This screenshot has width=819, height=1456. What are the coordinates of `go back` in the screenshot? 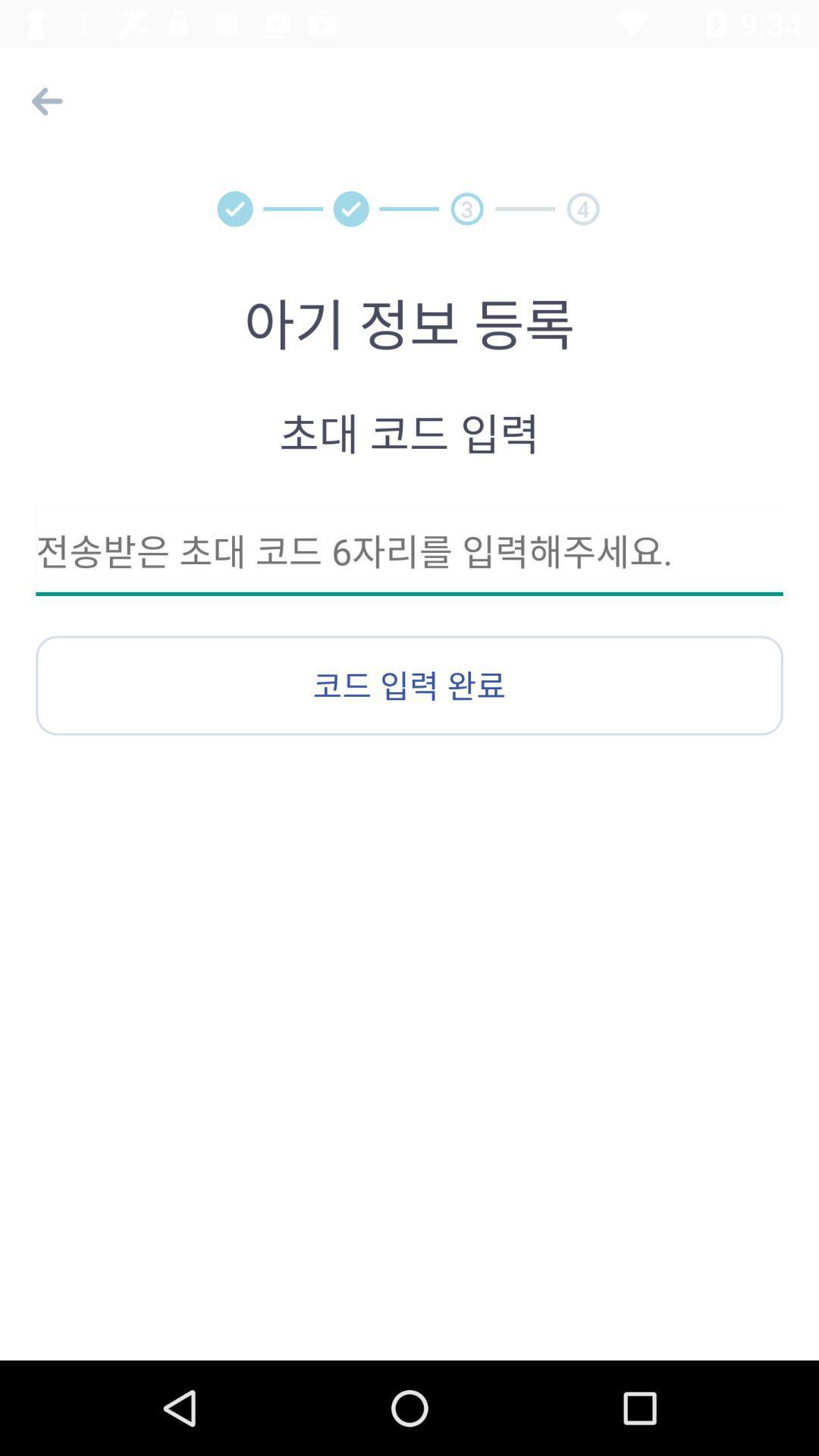 It's located at (42, 100).